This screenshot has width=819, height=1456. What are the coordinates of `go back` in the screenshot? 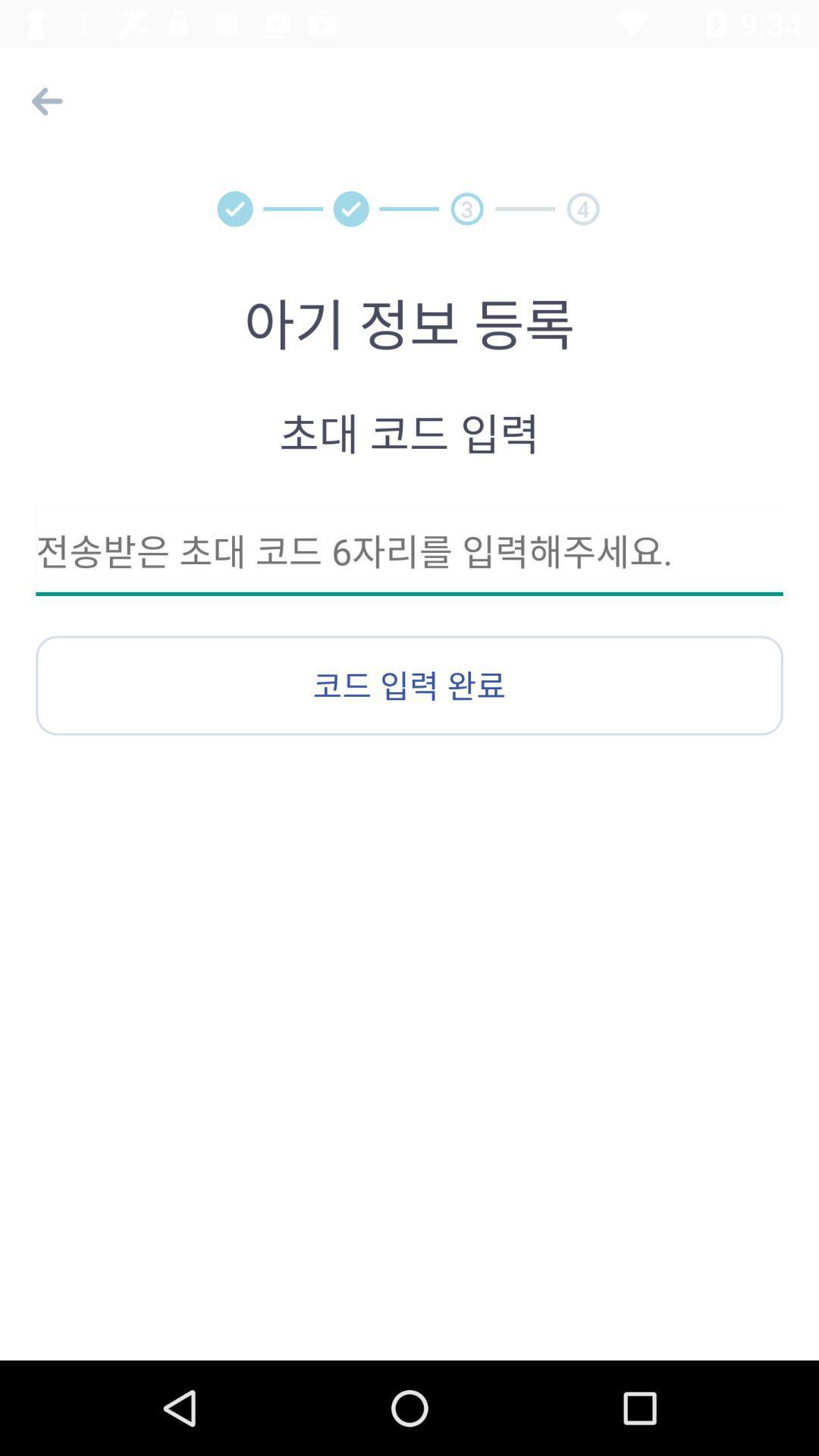 It's located at (42, 100).